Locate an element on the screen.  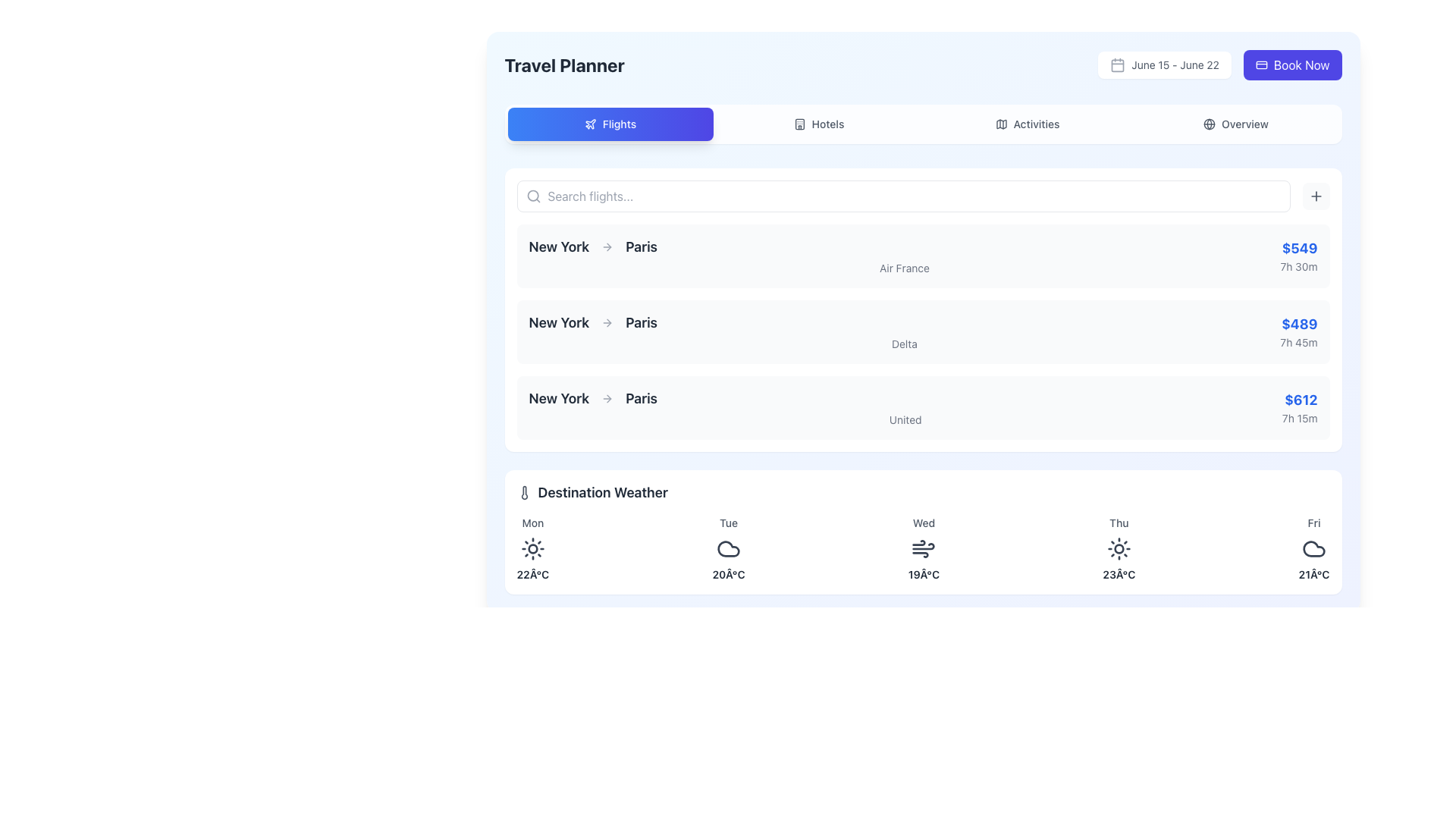
the visual portion of the calendar icon located in the top-right area of the interface, near the 'Book Now' button is located at coordinates (1118, 64).